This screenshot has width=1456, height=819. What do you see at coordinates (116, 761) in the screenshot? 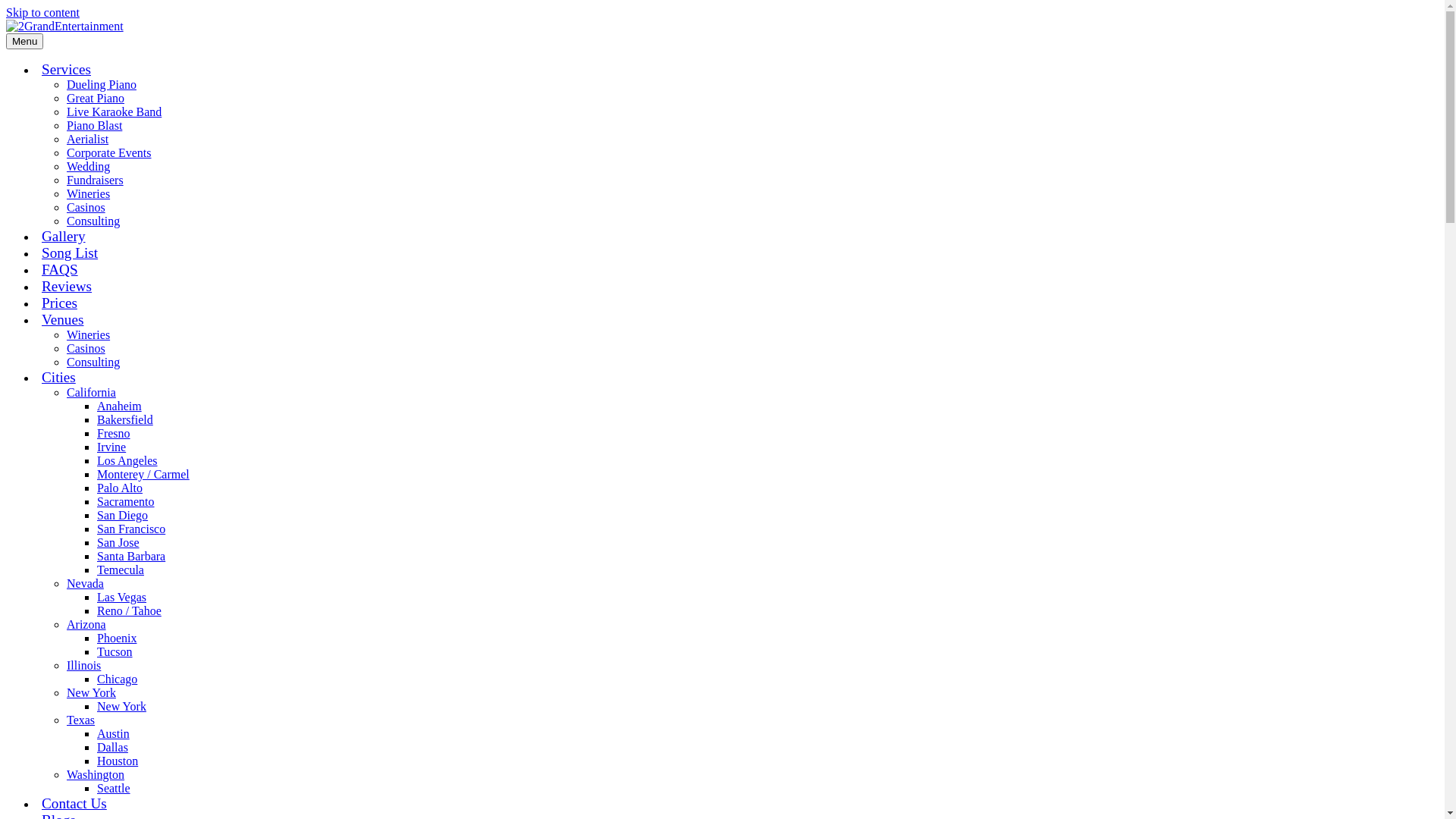
I see `'Houston'` at bounding box center [116, 761].